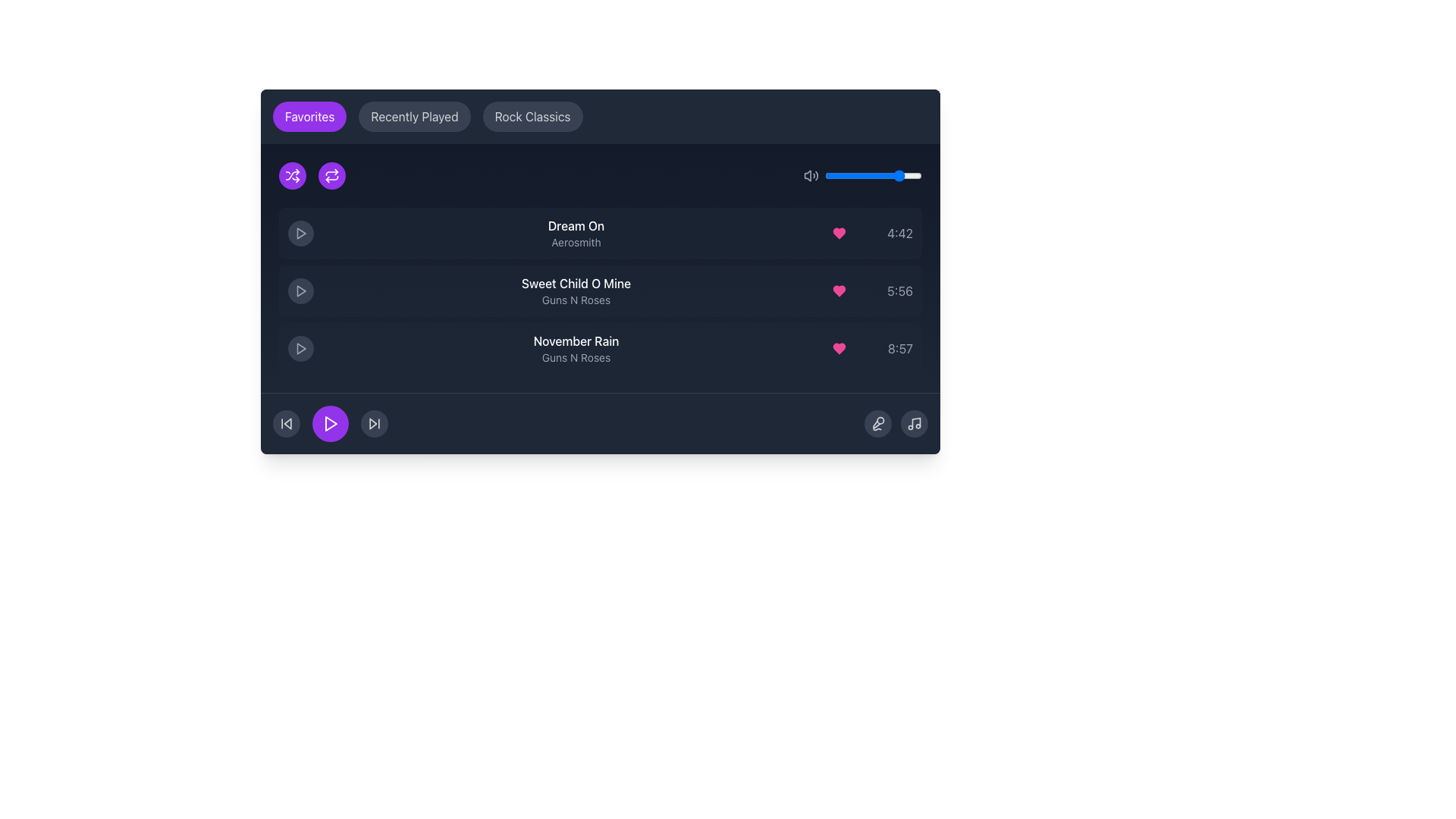 The width and height of the screenshot is (1456, 819). Describe the element at coordinates (575, 357) in the screenshot. I see `the text label 'Guns N Roses' styled in gray, located below the 'November Rain' title in the third list item` at that location.